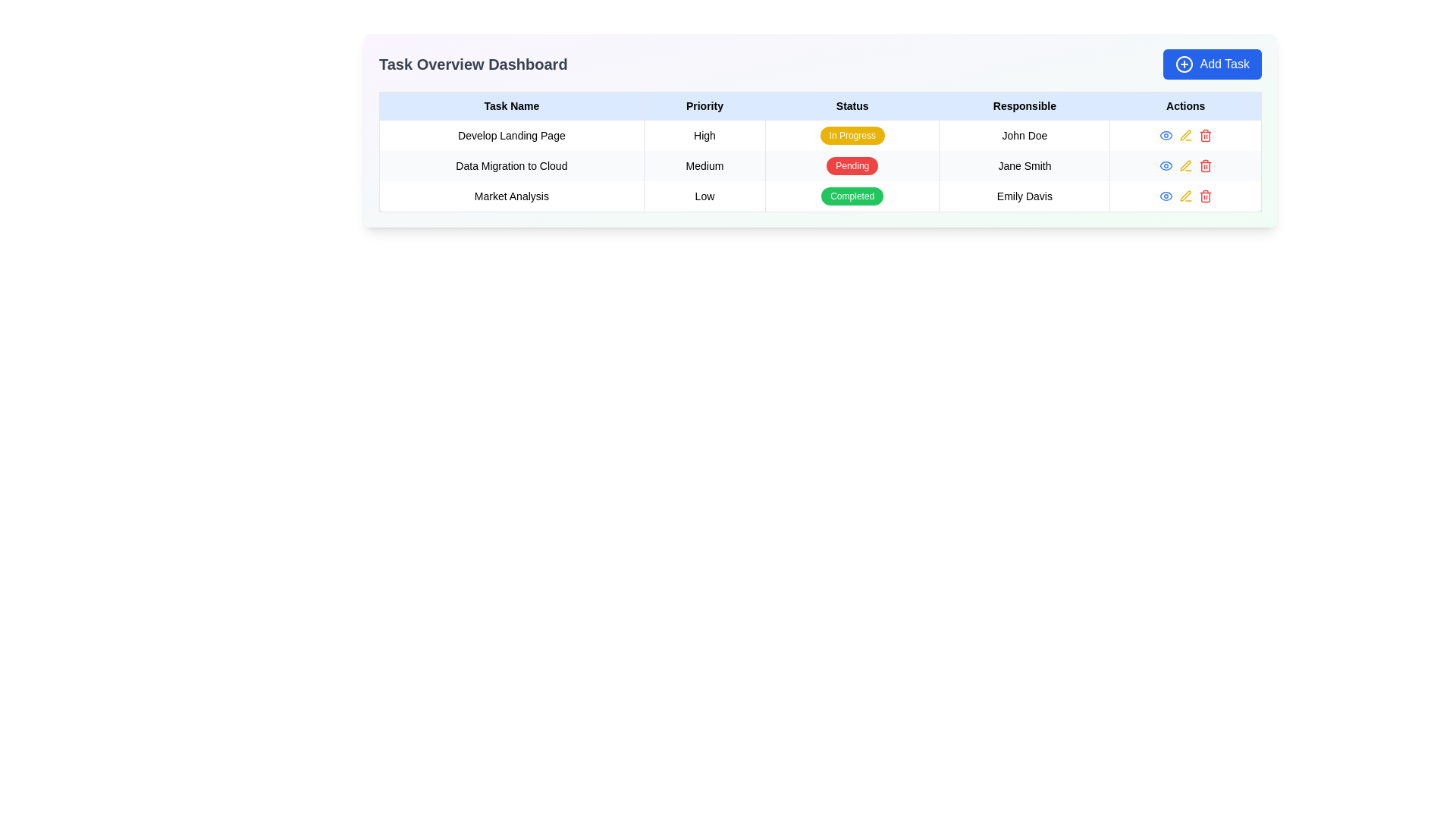  What do you see at coordinates (704, 105) in the screenshot?
I see `the 'Priority' table header item that displays the text in bold black font against a light blue background` at bounding box center [704, 105].